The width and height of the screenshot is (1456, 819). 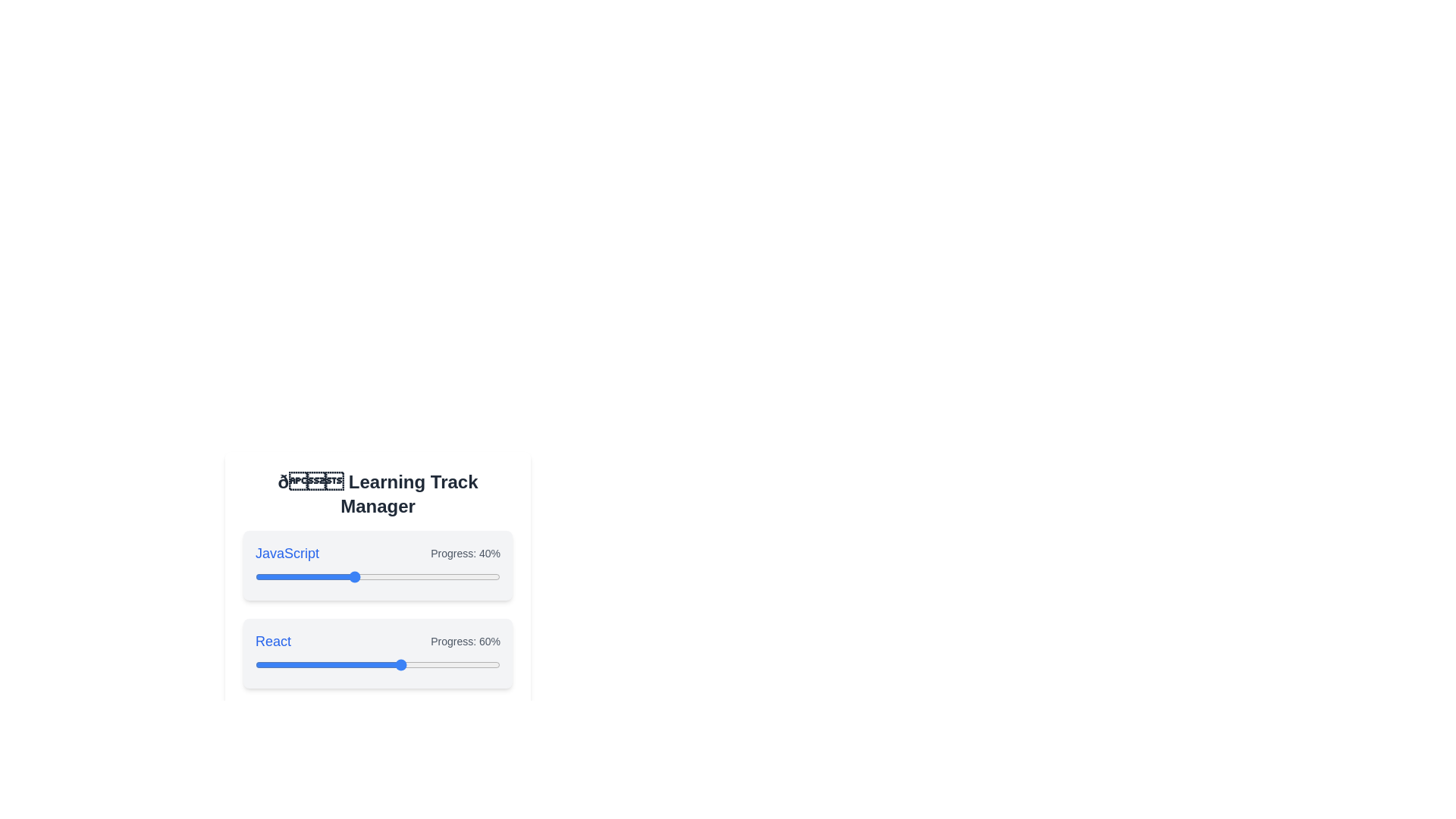 What do you see at coordinates (465, 641) in the screenshot?
I see `the text label displaying 'Progress: 60%' which is styled with a subtle gray font and is positioned to the right of the React label` at bounding box center [465, 641].